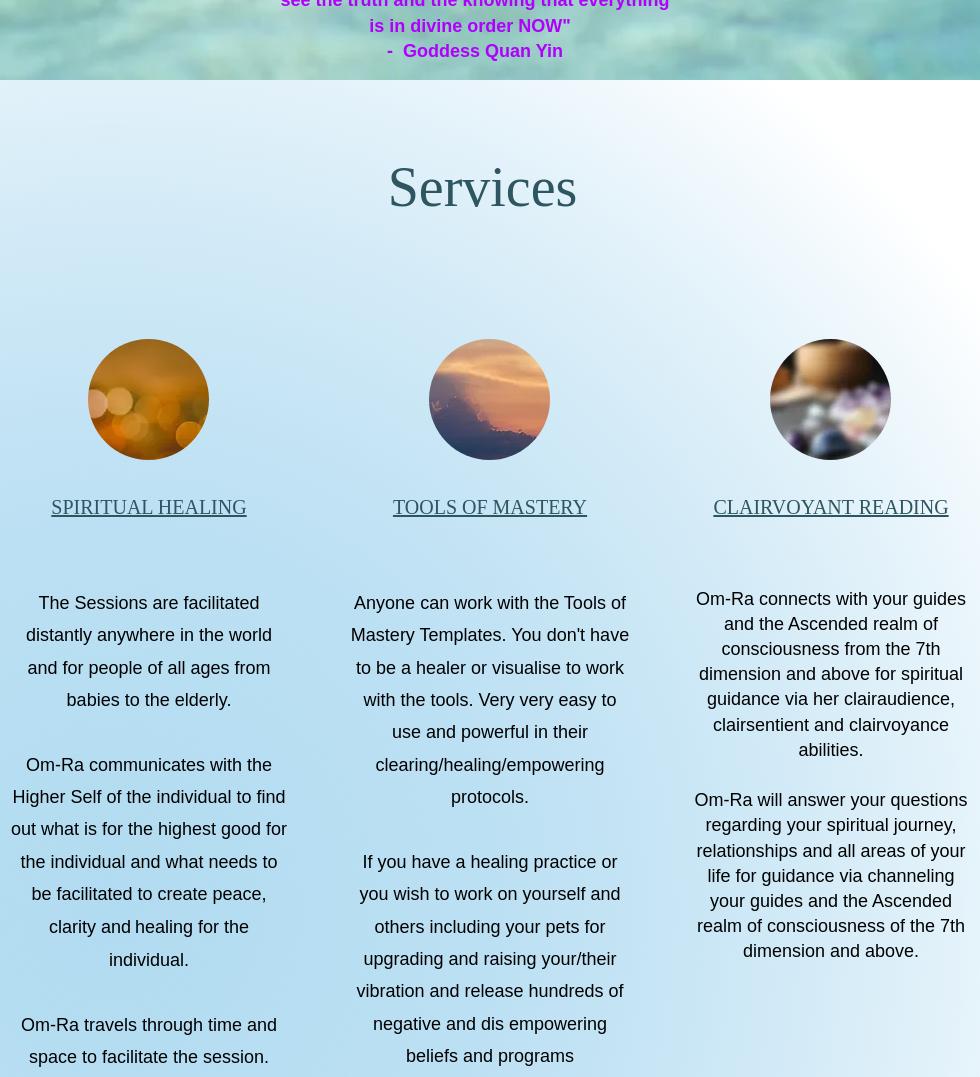 This screenshot has height=1077, width=980. What do you see at coordinates (830, 672) in the screenshot?
I see `'Om-Ra connects with your guides and the Ascended realm of consciousness from the 7th dimension and above for spiritual guidance via her clairaudience, clairsentient and clairvoyance abilities.'` at bounding box center [830, 672].